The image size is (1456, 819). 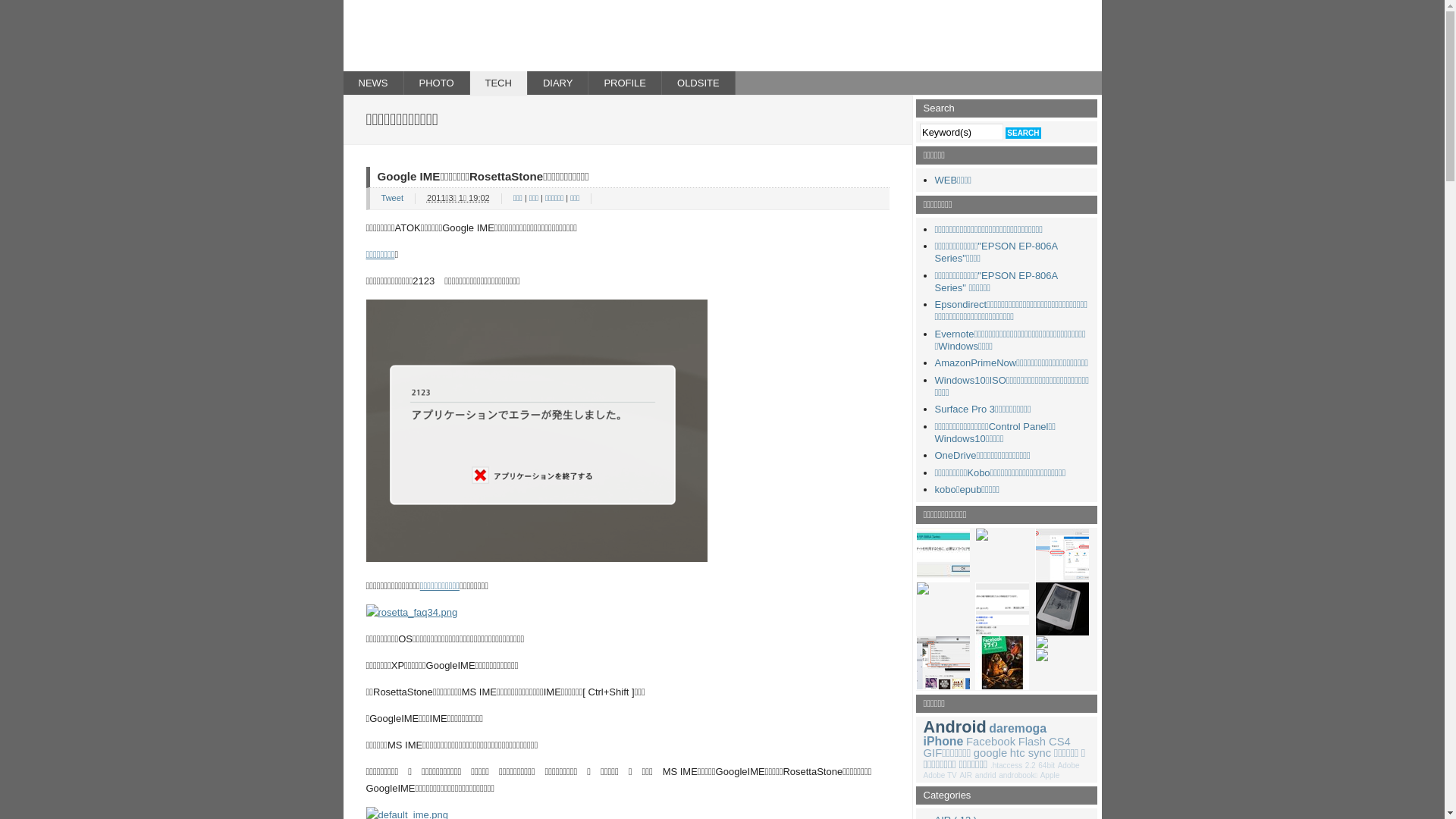 What do you see at coordinates (498, 83) in the screenshot?
I see `'TECH'` at bounding box center [498, 83].